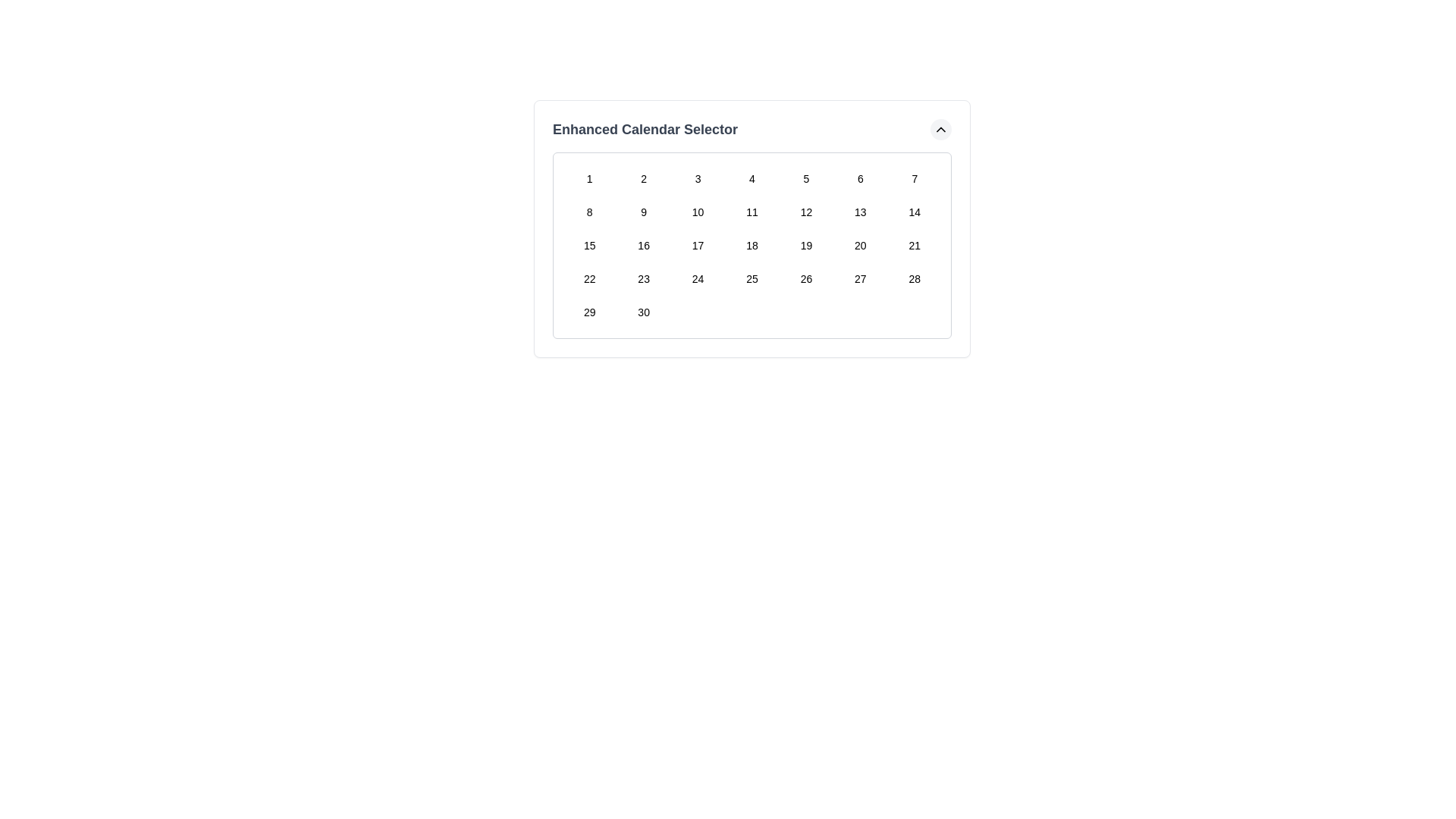 The height and width of the screenshot is (819, 1456). What do you see at coordinates (752, 212) in the screenshot?
I see `the button representing the date '11' in the Enhanced Calendar Selector` at bounding box center [752, 212].